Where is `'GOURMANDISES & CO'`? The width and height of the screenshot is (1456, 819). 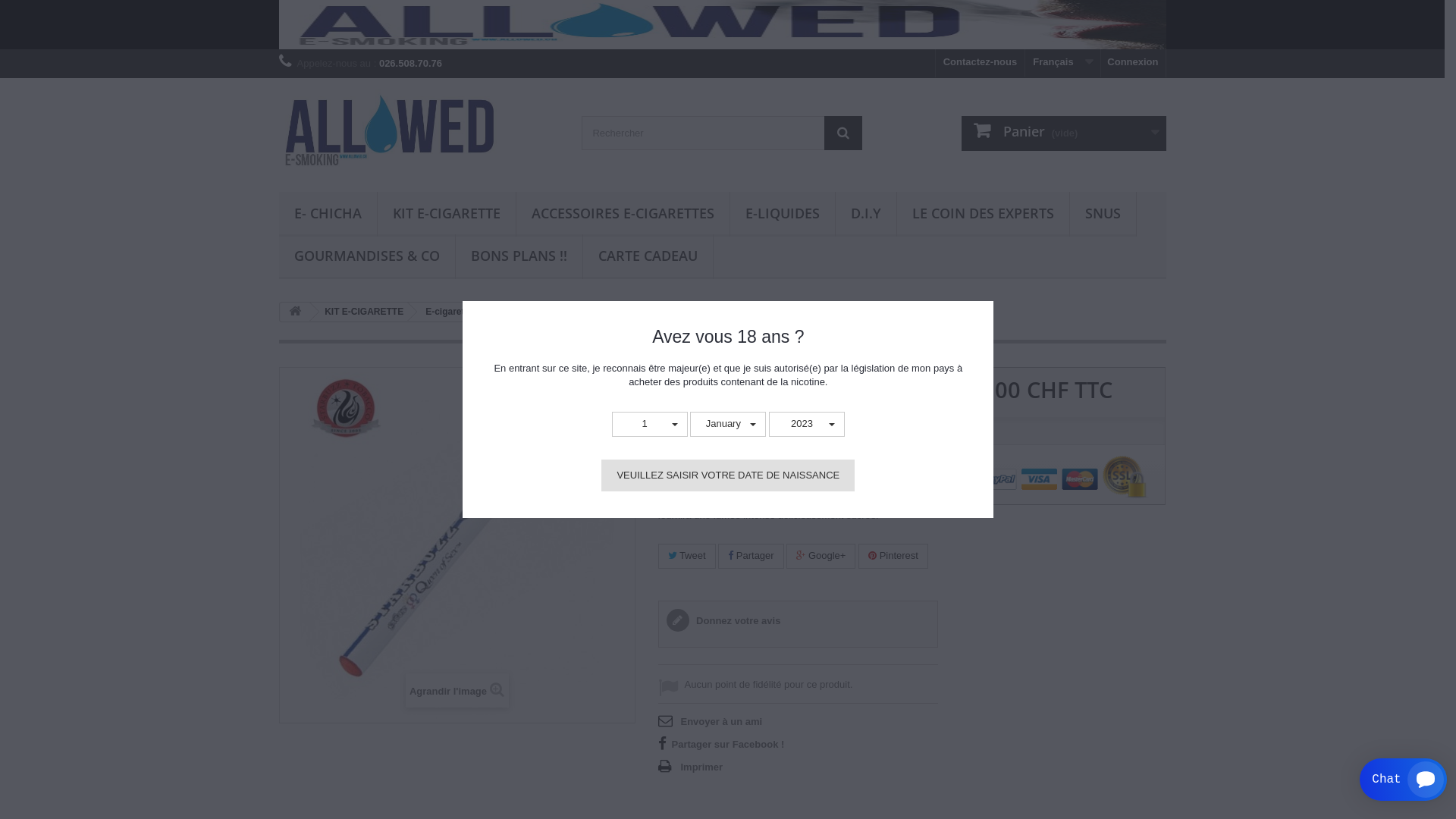
'GOURMANDISES & CO' is located at coordinates (367, 256).